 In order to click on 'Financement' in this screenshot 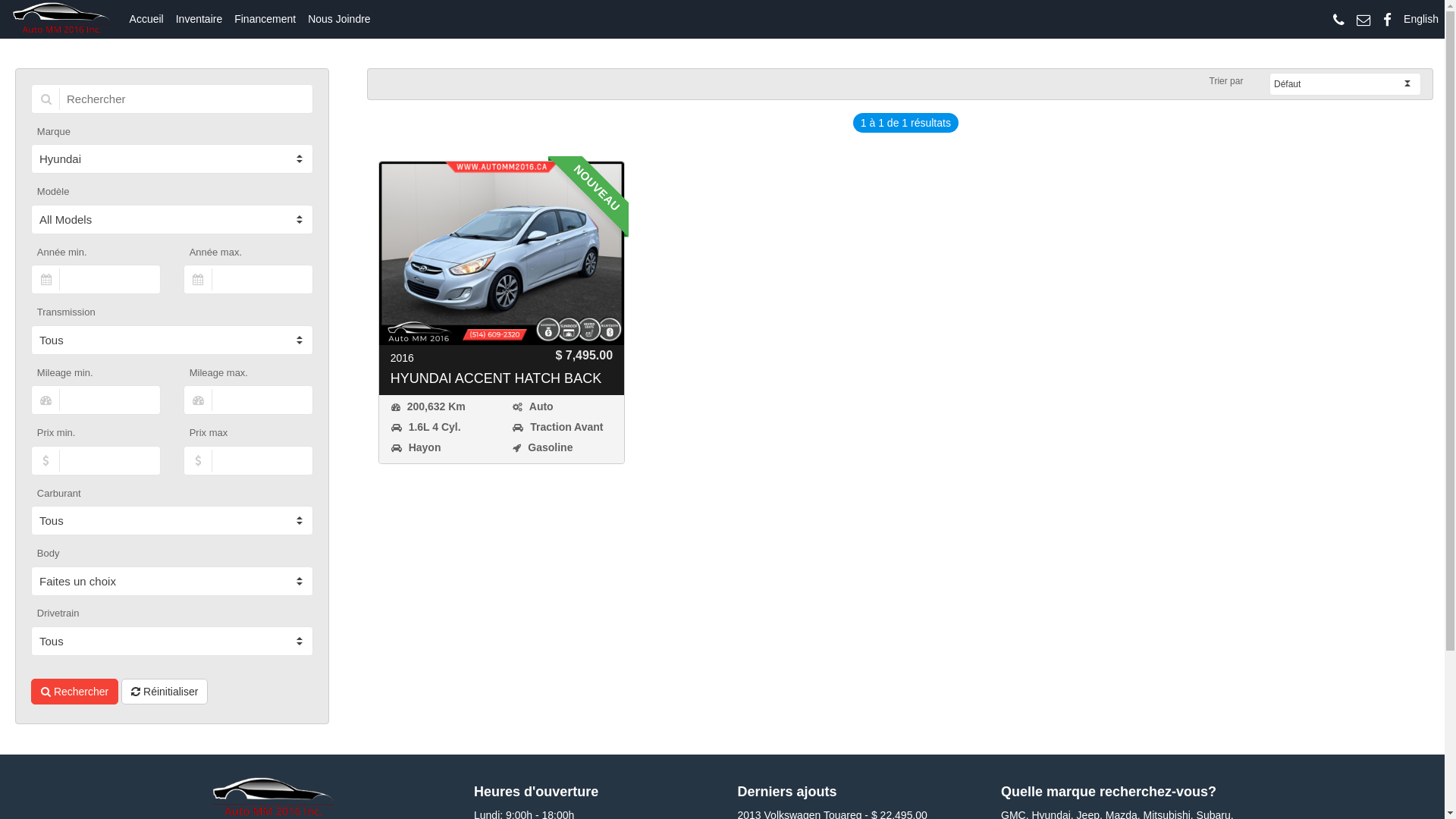, I will do `click(265, 18)`.